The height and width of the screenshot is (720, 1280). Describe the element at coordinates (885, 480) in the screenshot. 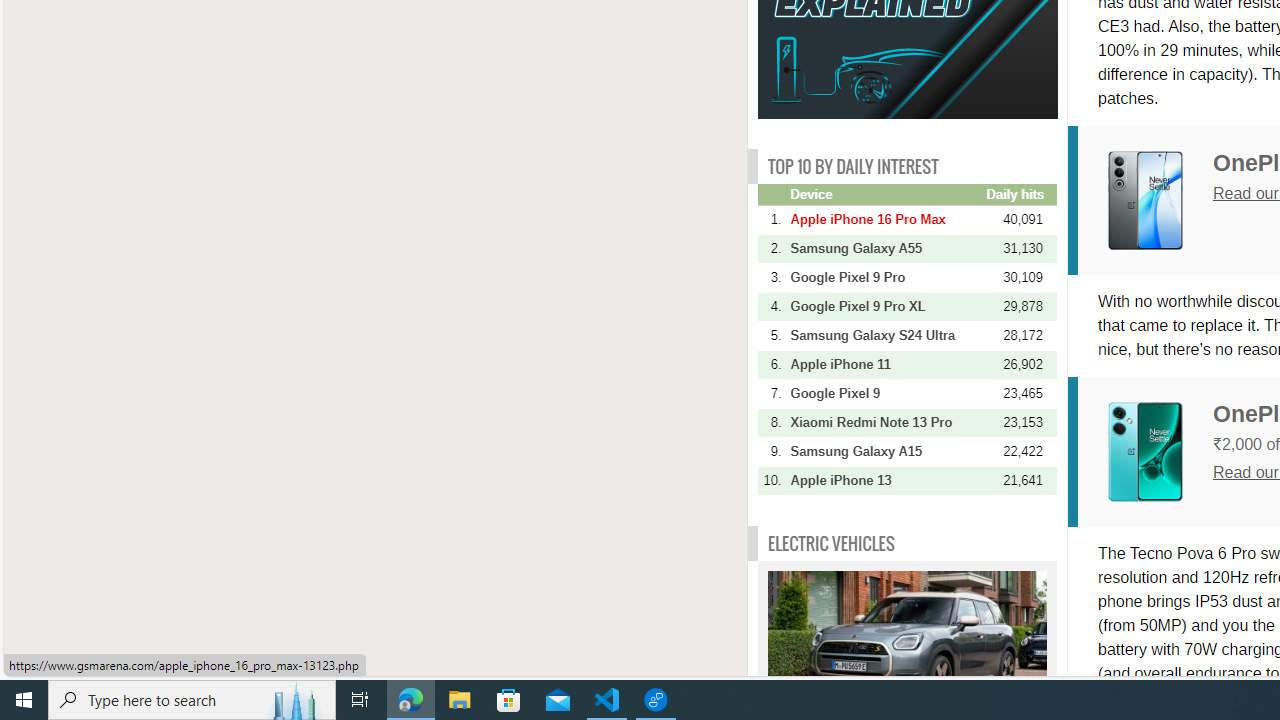

I see `'Apple iPhone 13'` at that location.